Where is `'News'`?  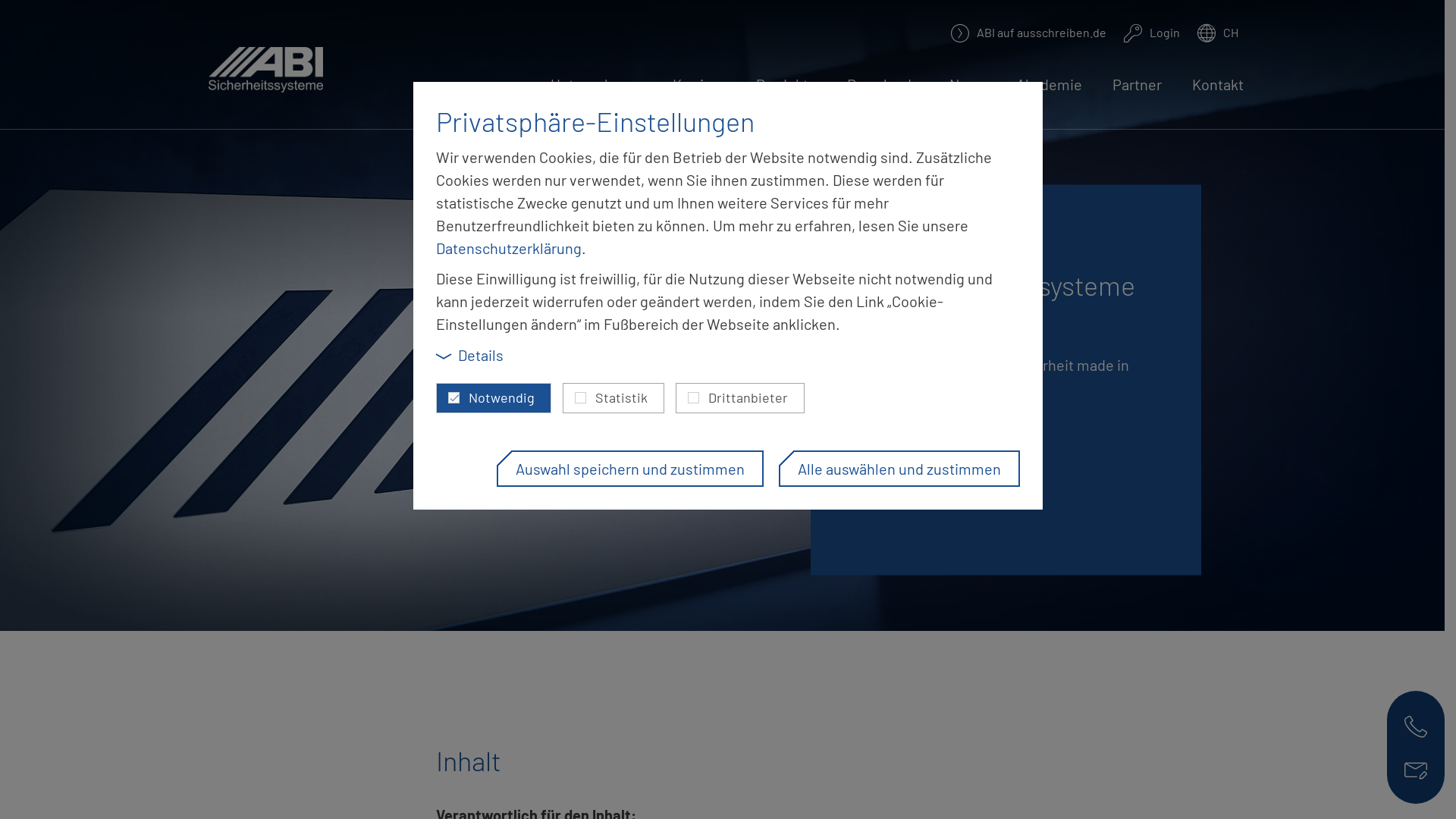
'News' is located at coordinates (967, 93).